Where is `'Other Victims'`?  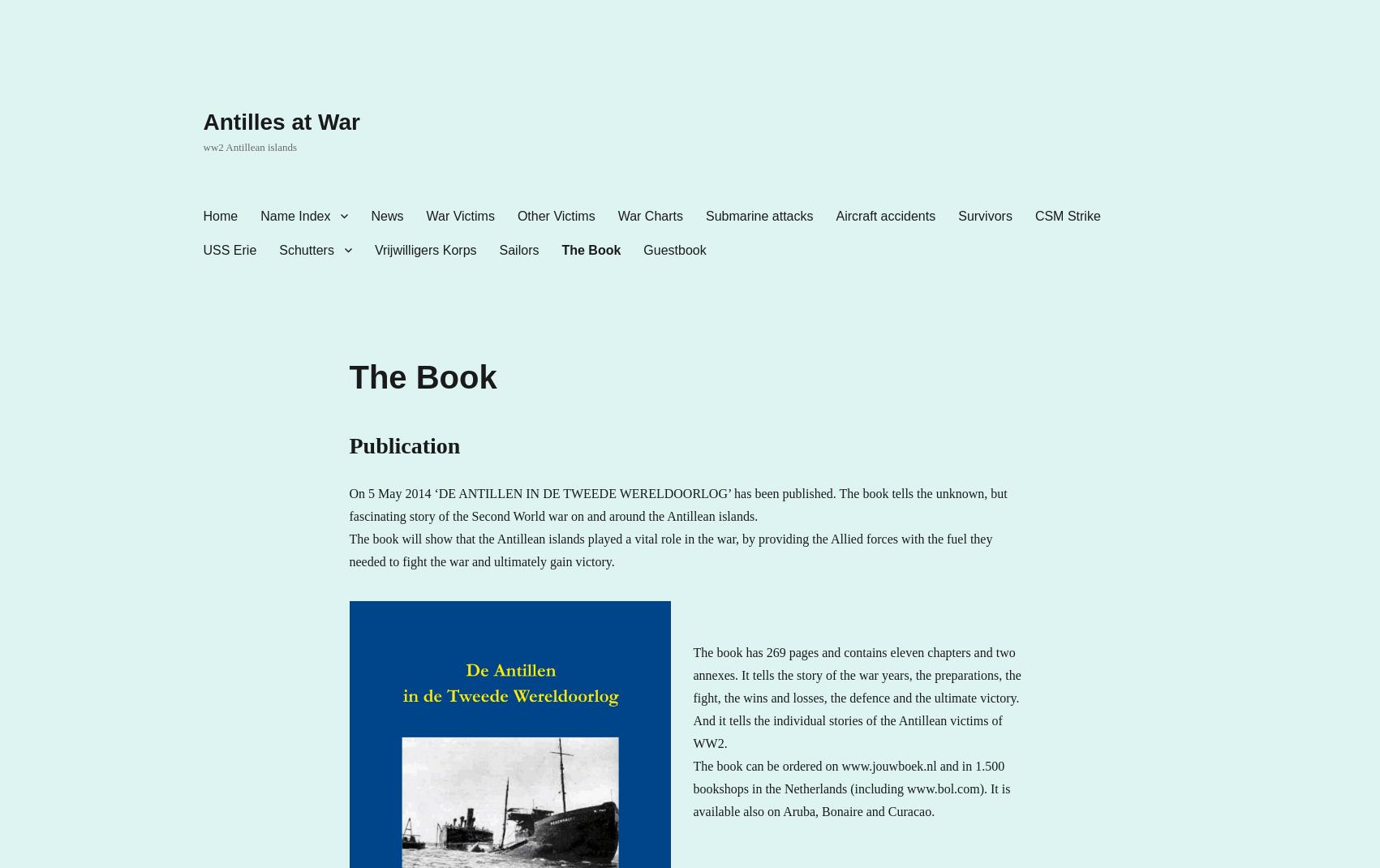 'Other Victims' is located at coordinates (554, 214).